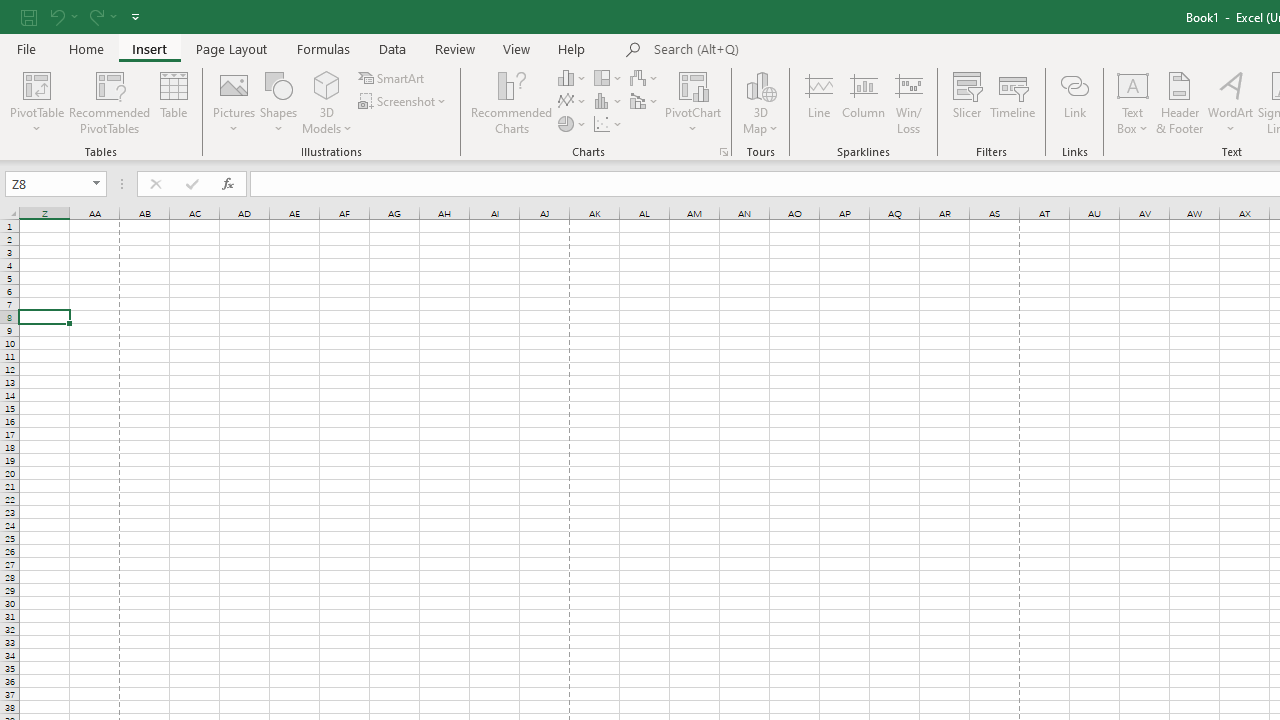 The width and height of the screenshot is (1280, 720). What do you see at coordinates (1229, 103) in the screenshot?
I see `'WordArt'` at bounding box center [1229, 103].